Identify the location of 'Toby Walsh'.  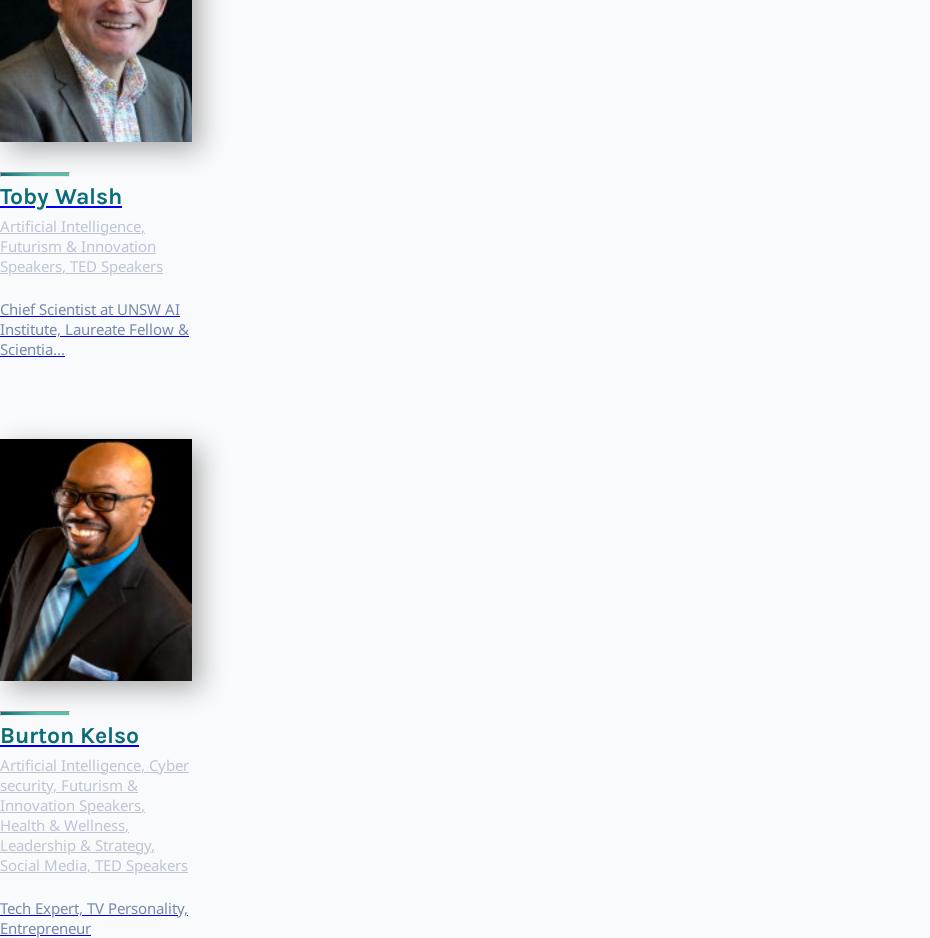
(60, 194).